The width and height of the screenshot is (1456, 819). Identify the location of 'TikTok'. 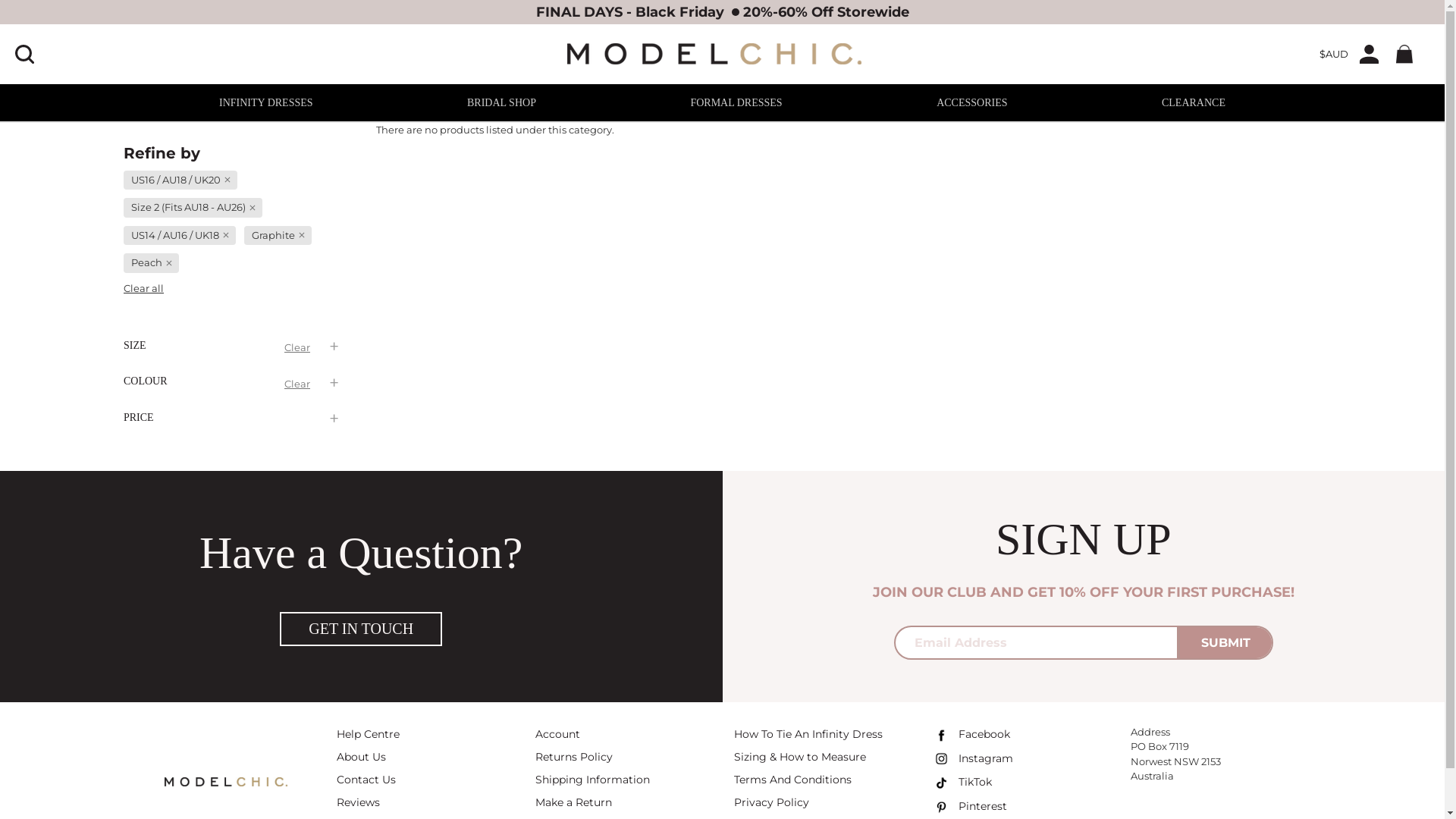
(961, 784).